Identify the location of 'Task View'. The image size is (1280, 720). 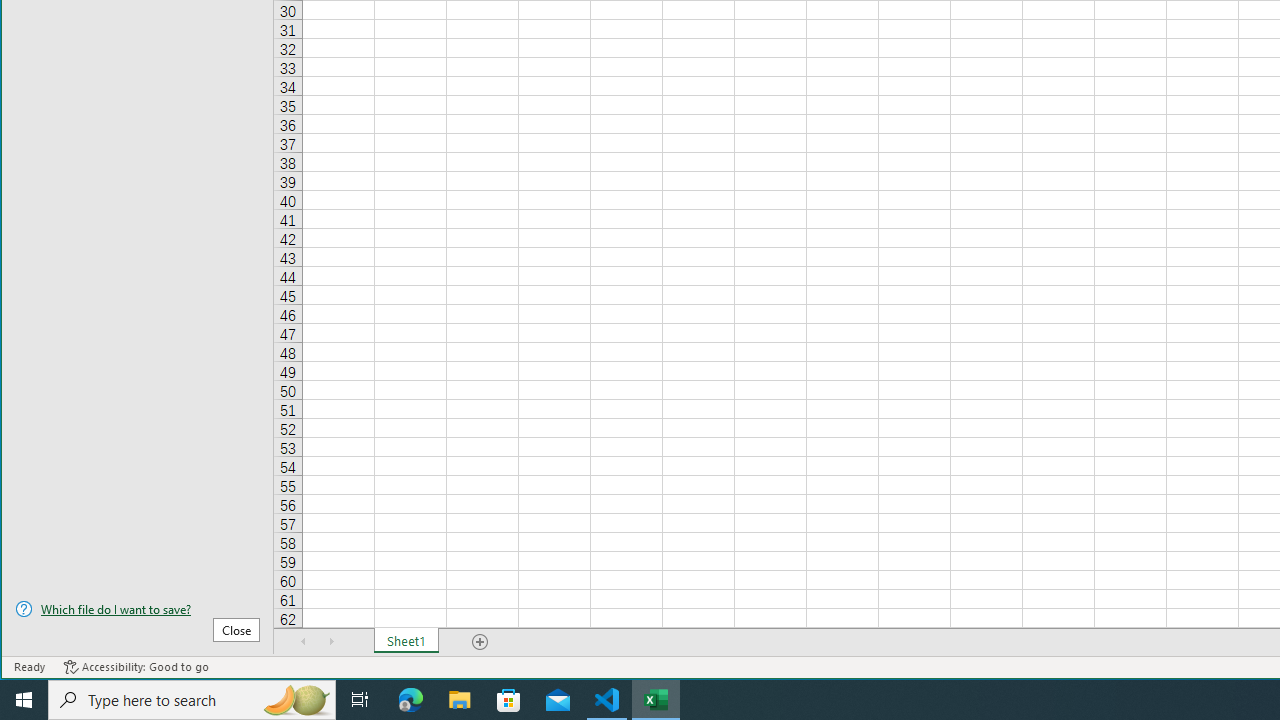
(359, 698).